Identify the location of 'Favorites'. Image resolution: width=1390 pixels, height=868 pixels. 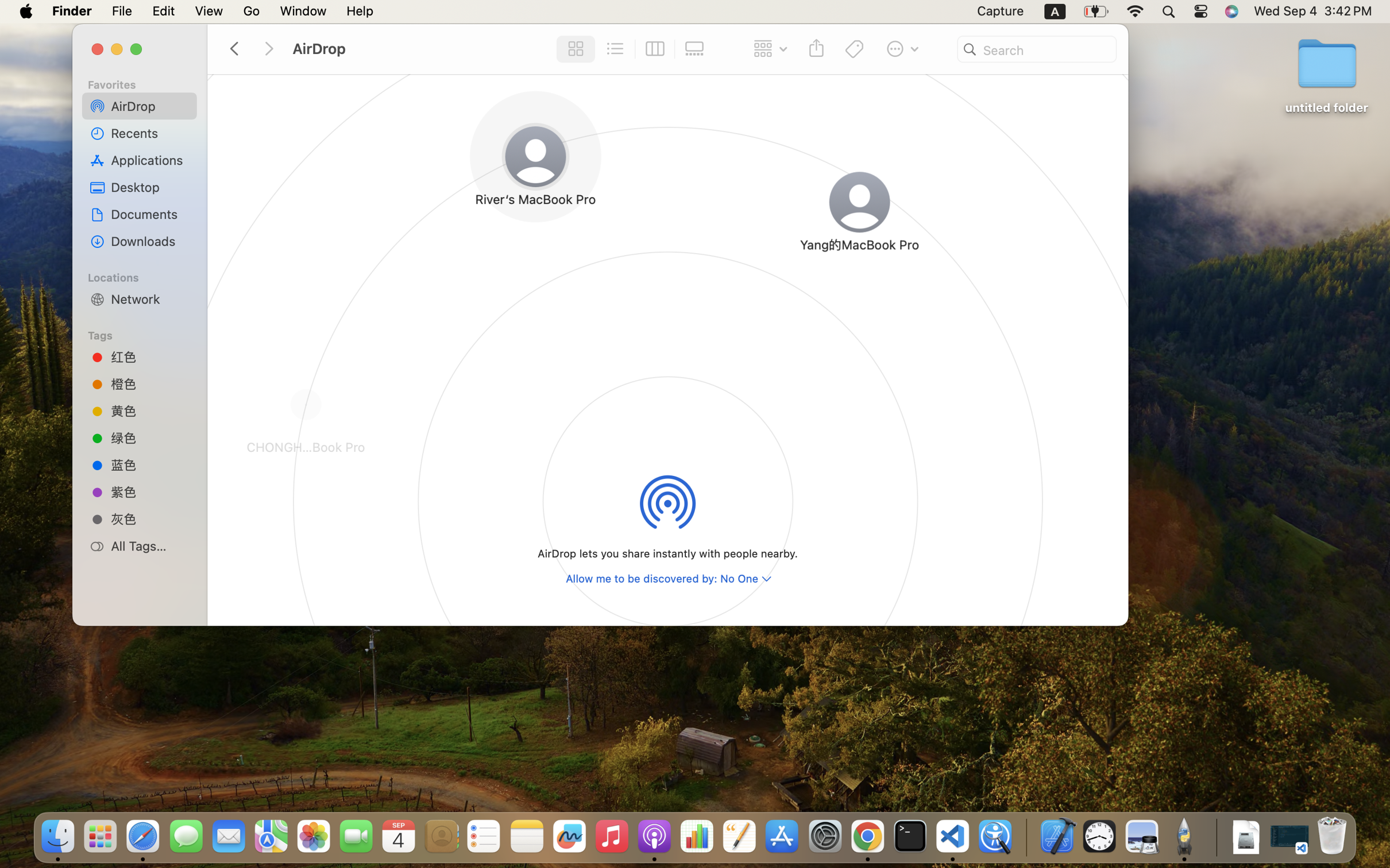
(144, 83).